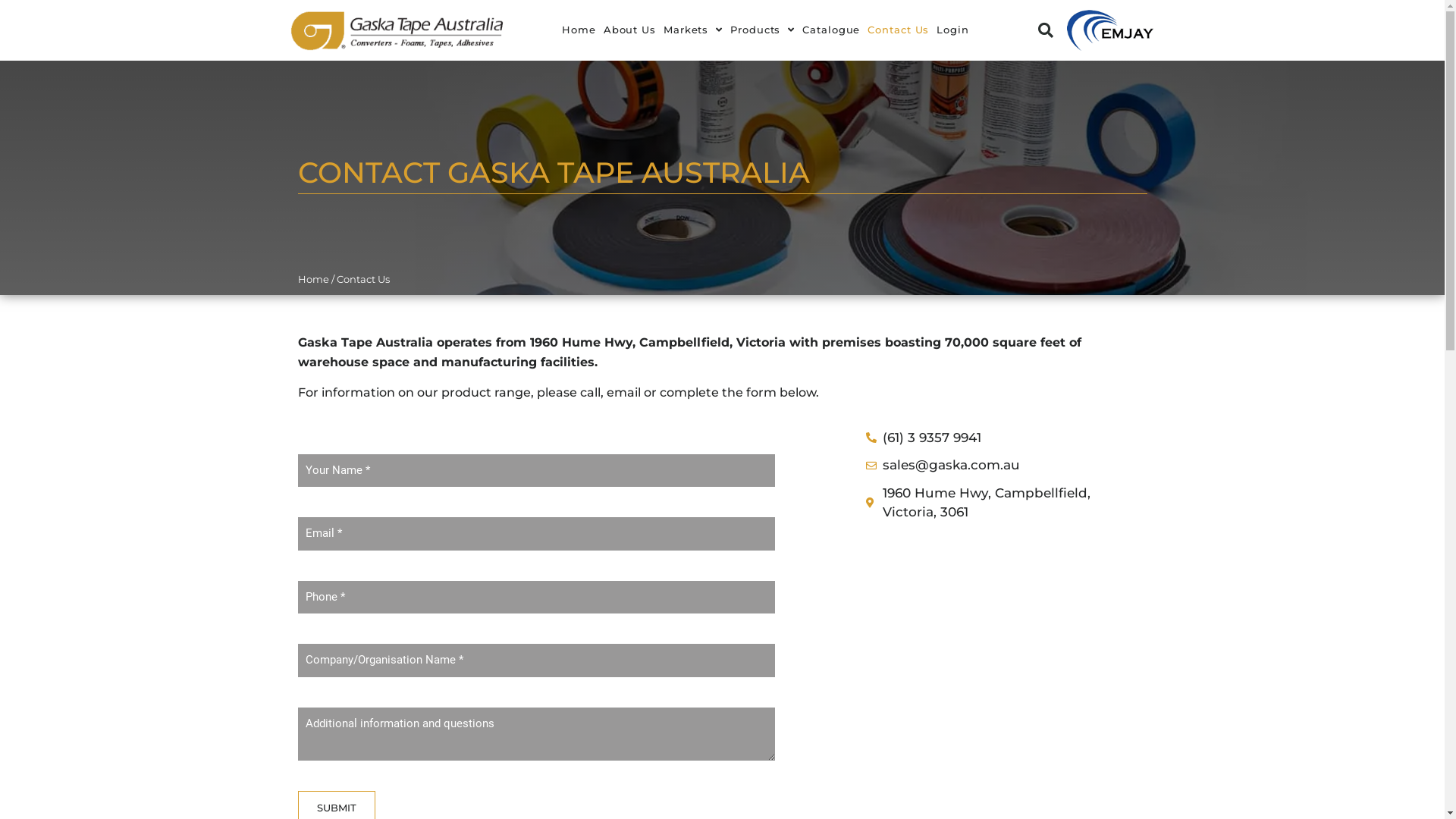 Image resolution: width=1456 pixels, height=819 pixels. I want to click on 'Login', so click(952, 30).